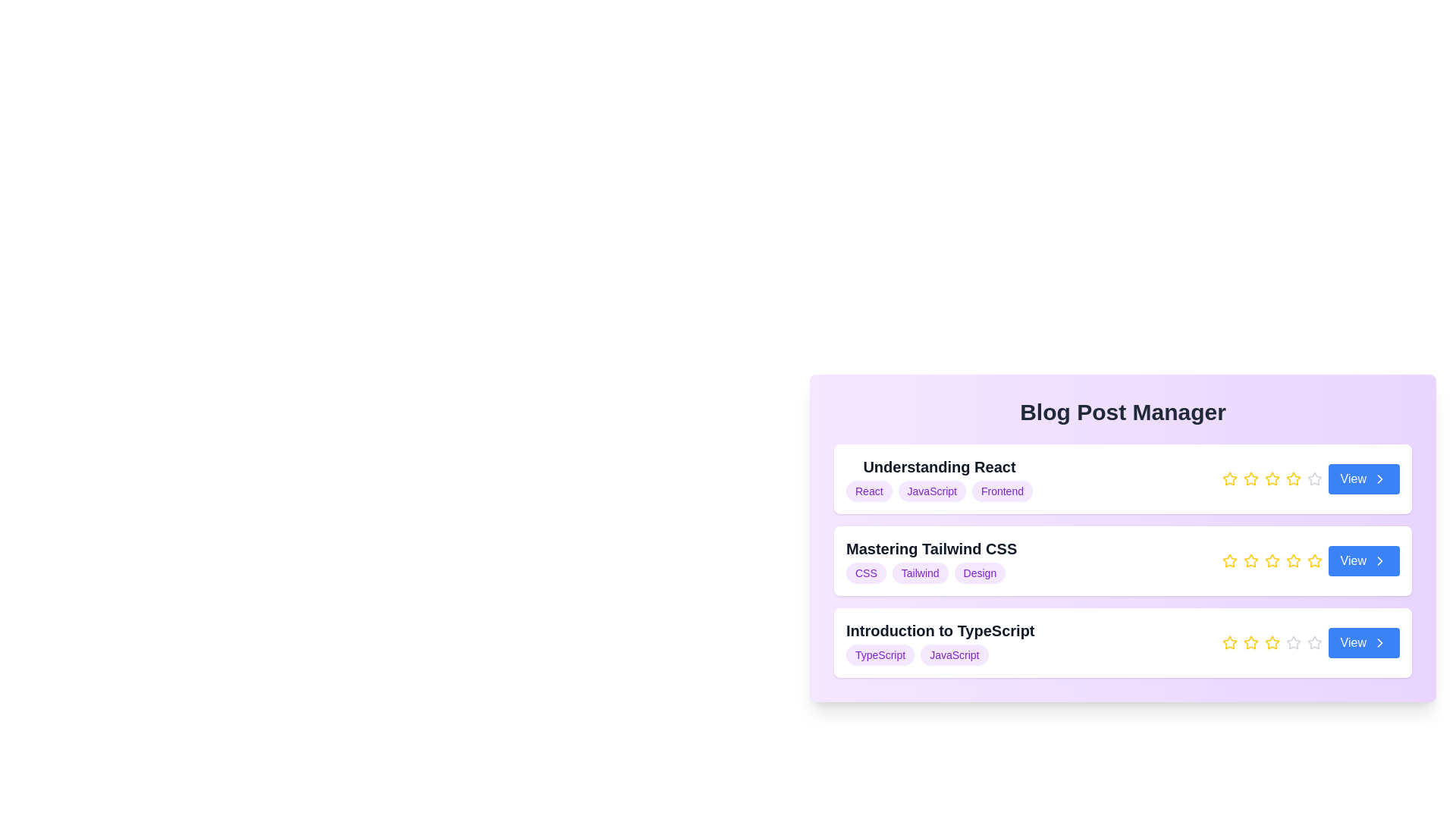  What do you see at coordinates (1313, 479) in the screenshot?
I see `the fifth star-shaped icon representing an unselected rating star in the 'Understanding React' blog post to rate it` at bounding box center [1313, 479].